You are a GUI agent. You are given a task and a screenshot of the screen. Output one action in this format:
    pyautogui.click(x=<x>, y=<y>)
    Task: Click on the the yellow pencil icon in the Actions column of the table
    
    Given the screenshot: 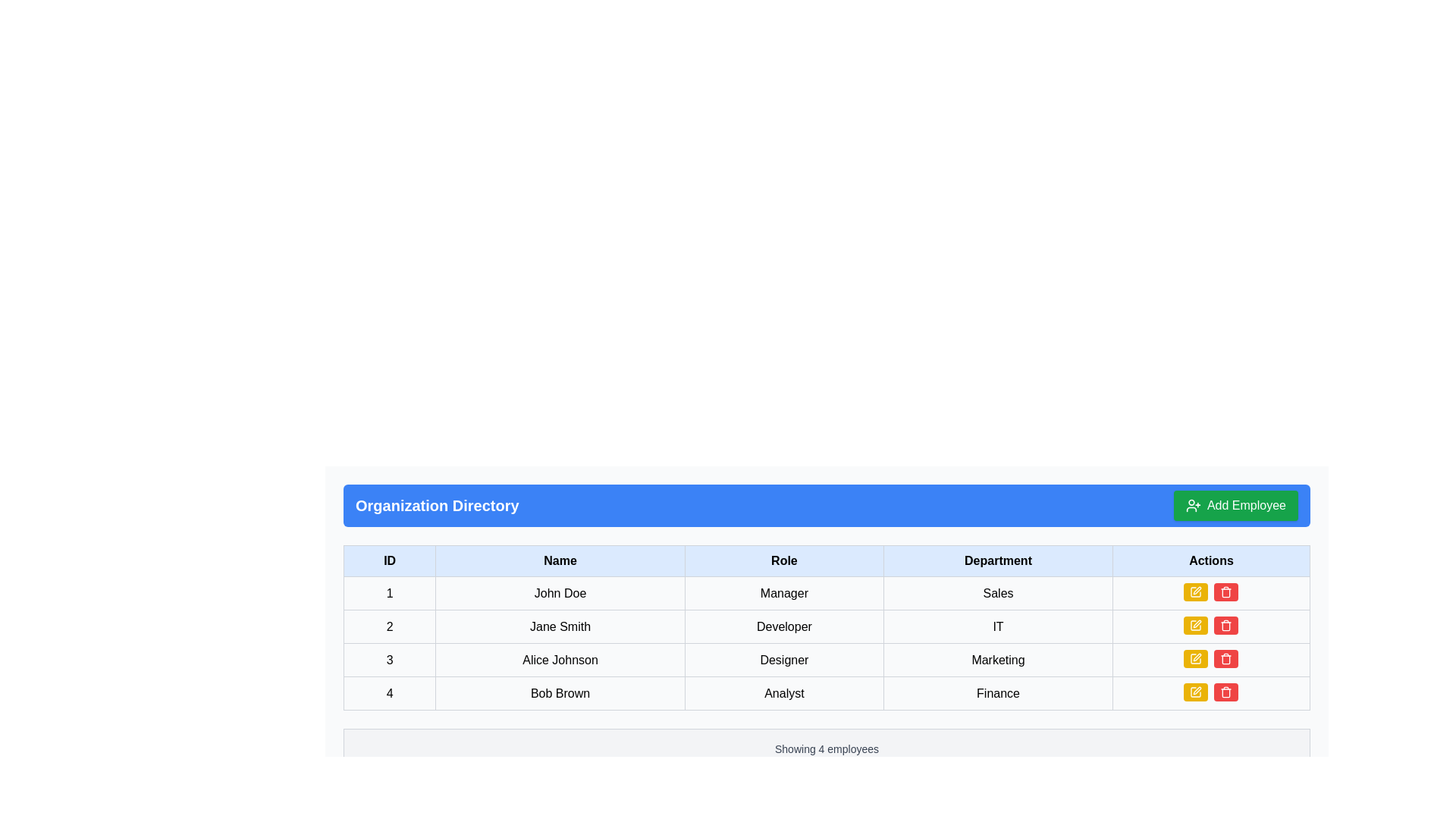 What is the action you would take?
    pyautogui.click(x=1197, y=657)
    